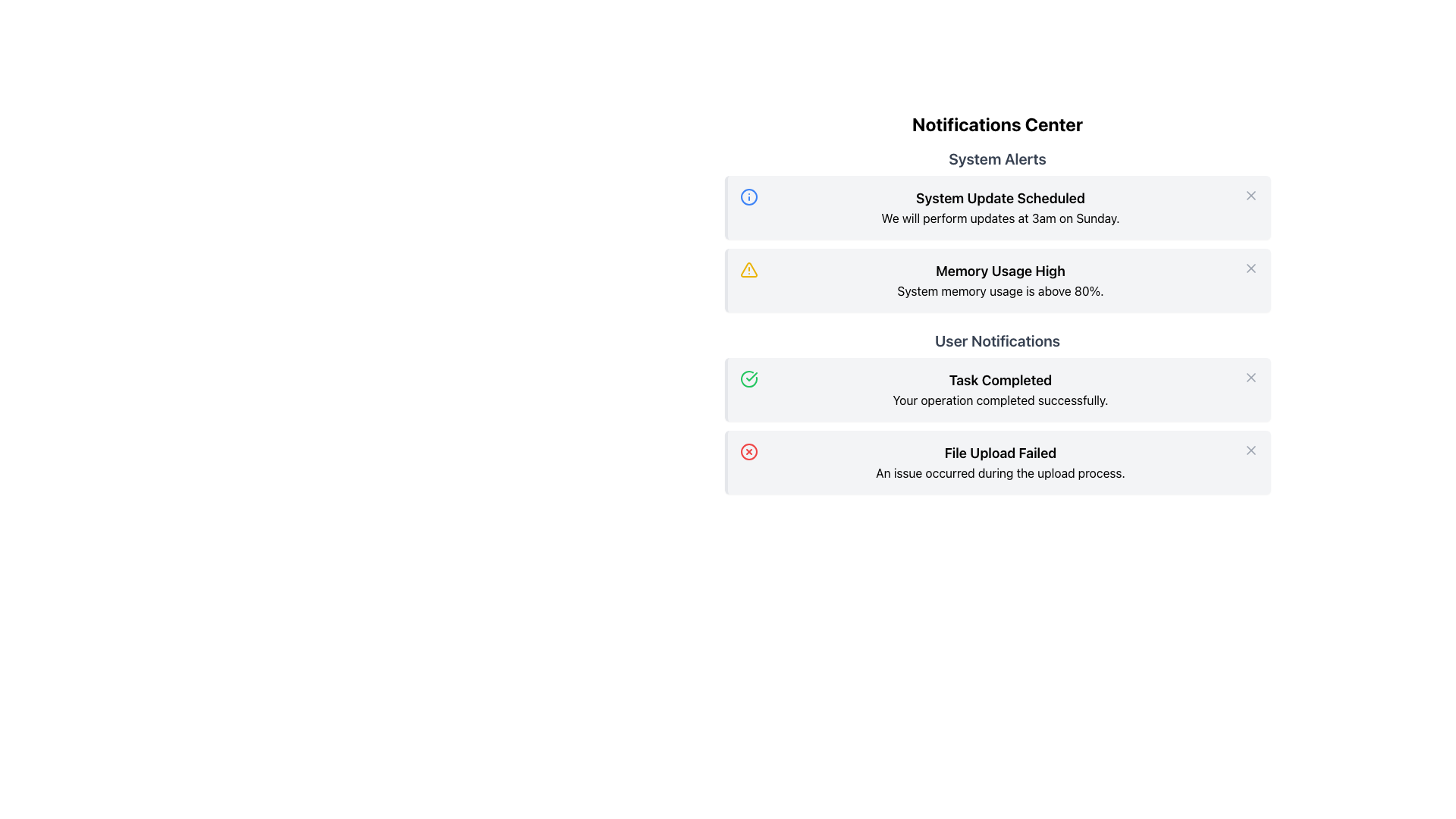 This screenshot has height=819, width=1456. What do you see at coordinates (1000, 452) in the screenshot?
I see `the text component displaying 'File Upload Failed'` at bounding box center [1000, 452].